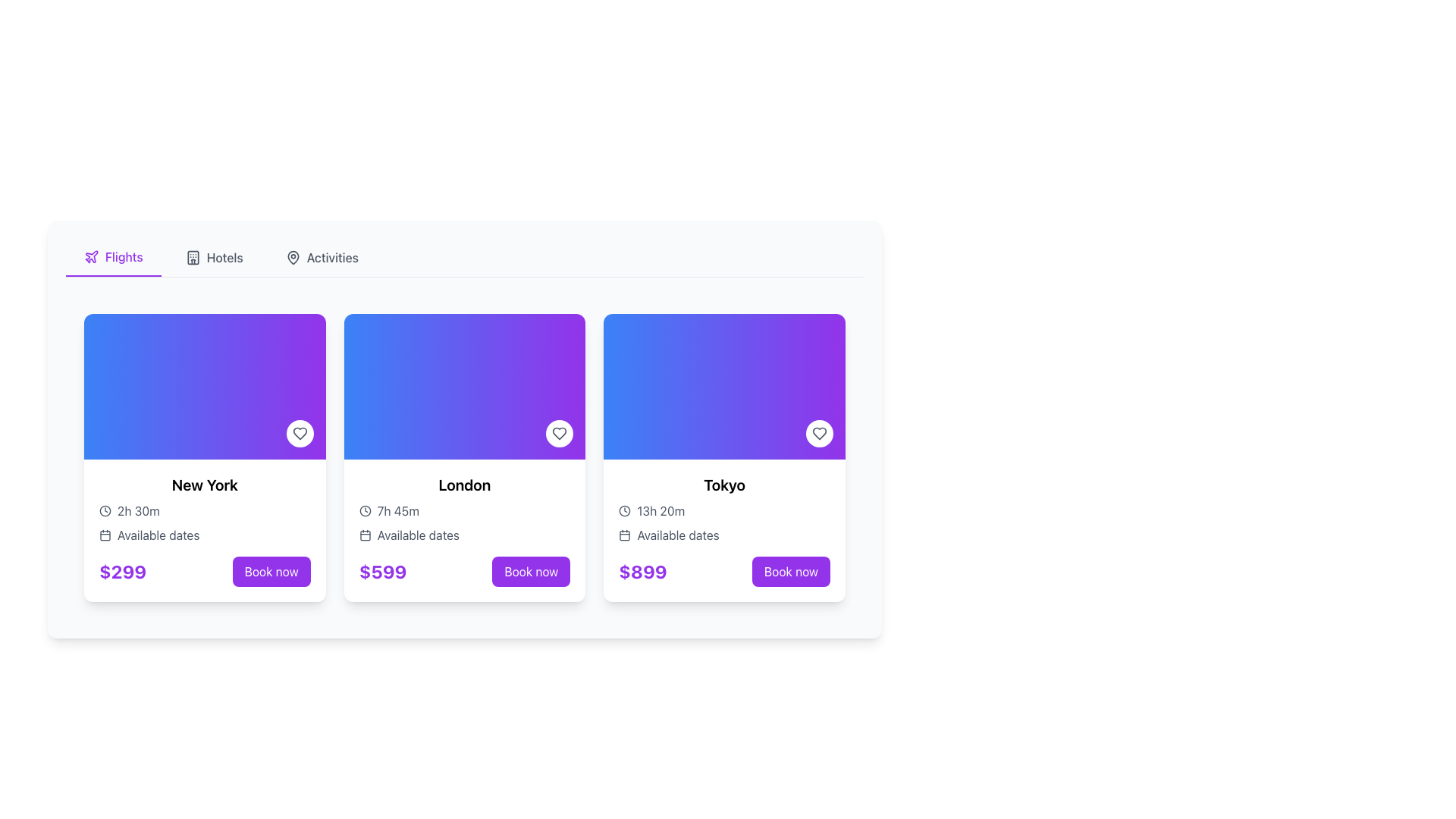 The height and width of the screenshot is (819, 1456). I want to click on the button located at the bottom-right corner of the 'London' card to mark it as a favorite or liked item, so click(559, 433).